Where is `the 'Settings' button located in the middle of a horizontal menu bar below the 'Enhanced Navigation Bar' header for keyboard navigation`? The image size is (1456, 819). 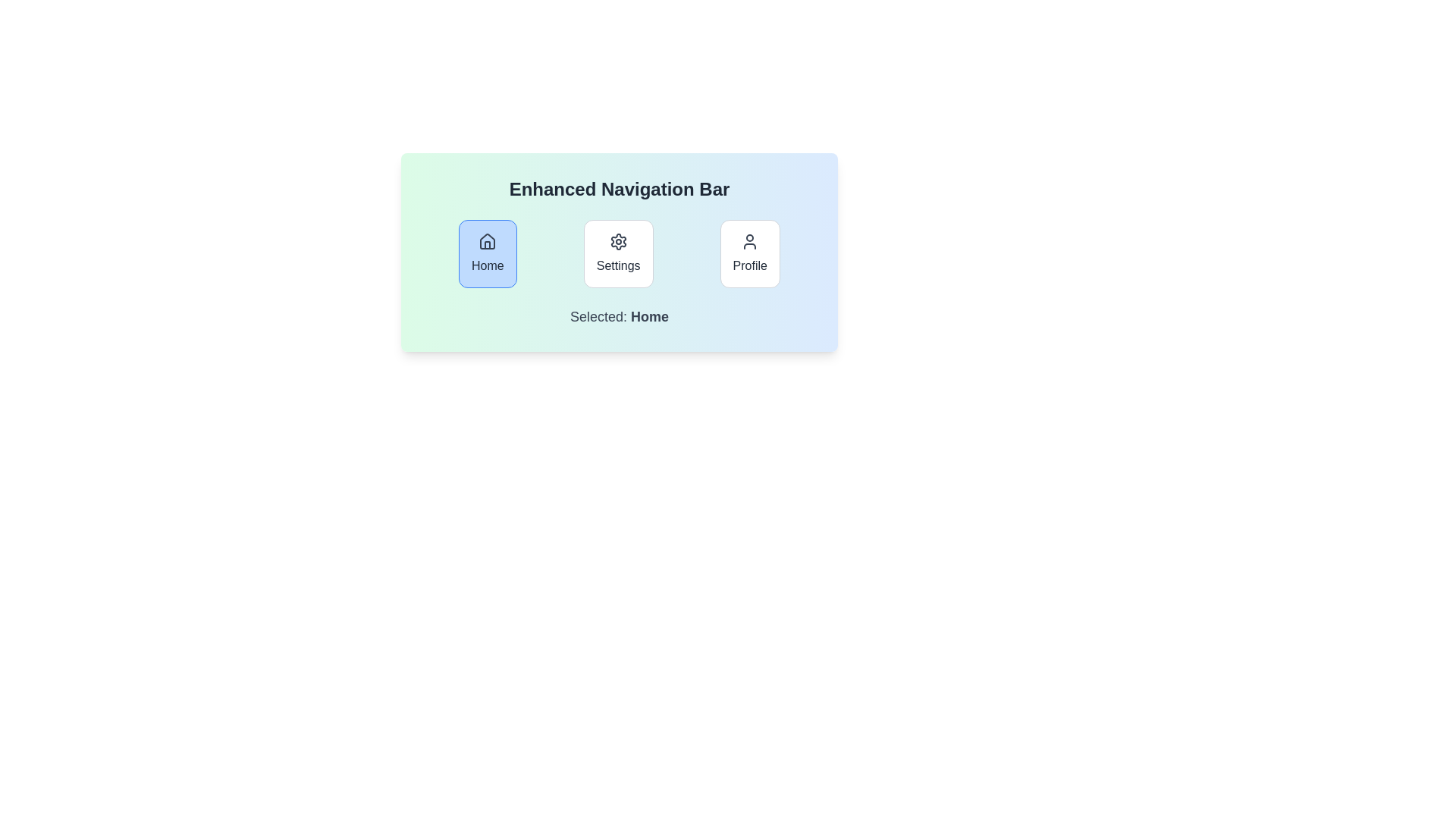
the 'Settings' button located in the middle of a horizontal menu bar below the 'Enhanced Navigation Bar' header for keyboard navigation is located at coordinates (619, 253).